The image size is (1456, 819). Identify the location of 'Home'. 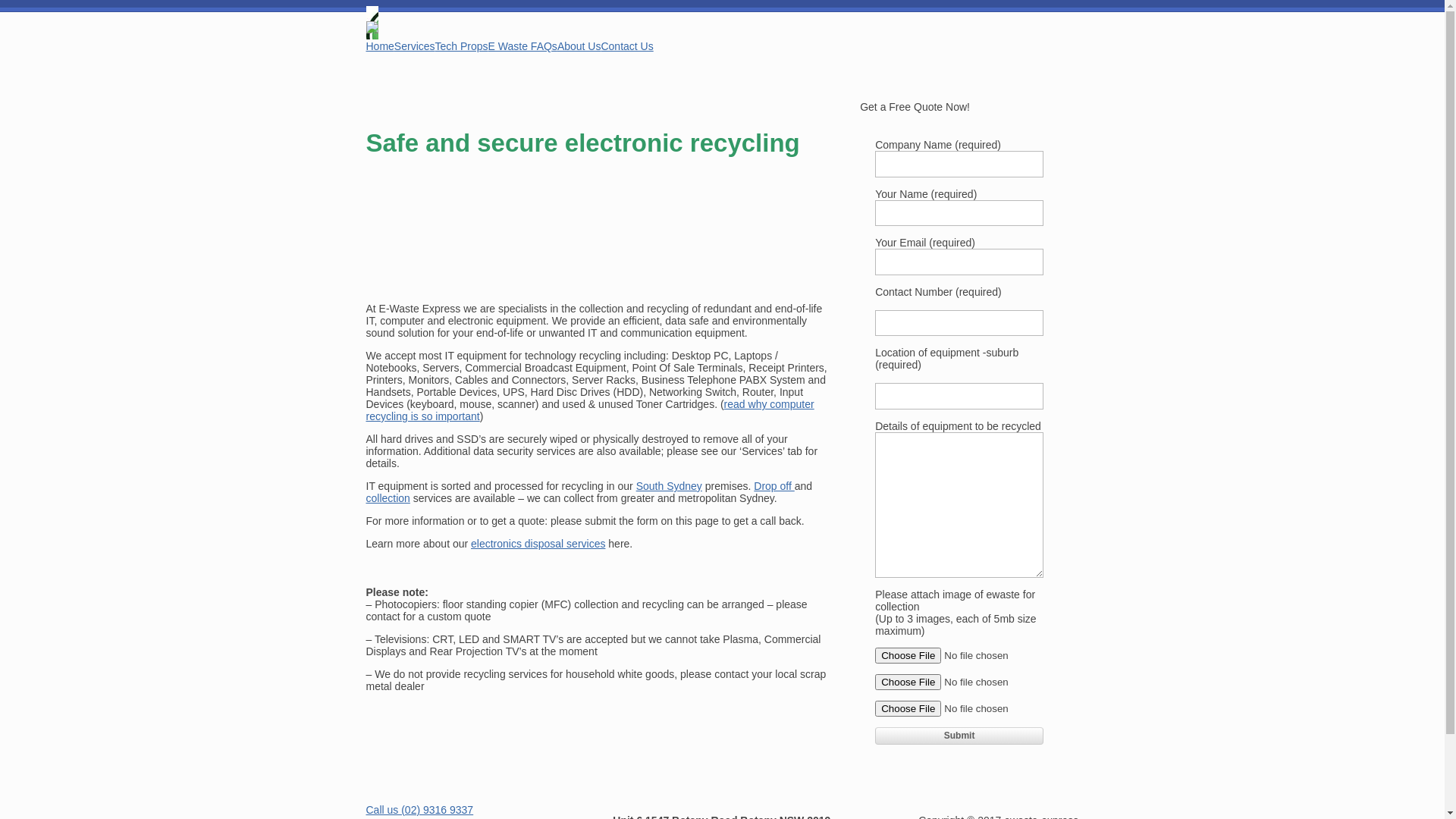
(379, 45).